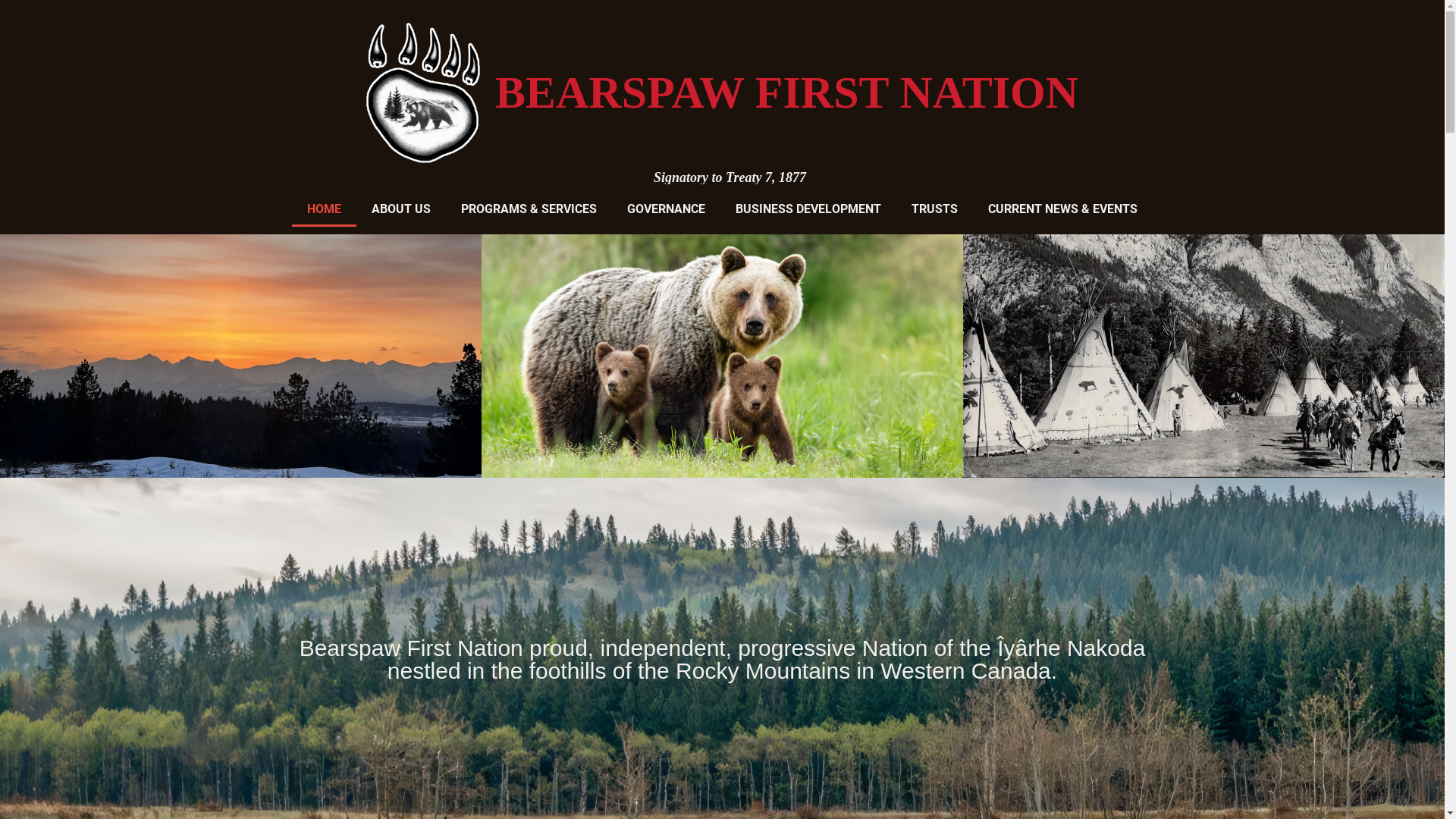 The image size is (1456, 819). I want to click on 'CURRENT NEWS & EVENTS', so click(1062, 209).